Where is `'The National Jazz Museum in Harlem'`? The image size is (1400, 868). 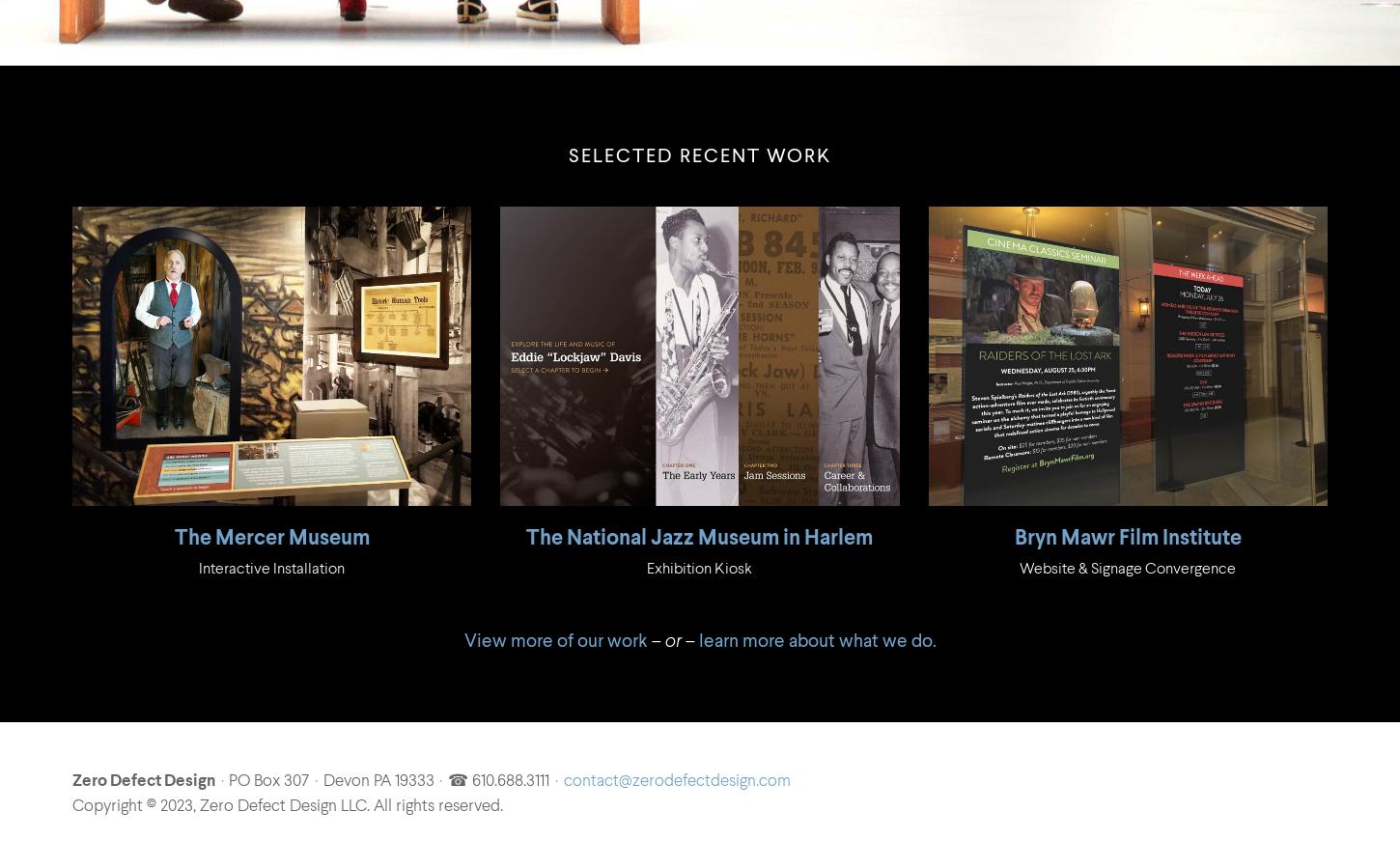
'The National Jazz Museum in Harlem' is located at coordinates (698, 538).